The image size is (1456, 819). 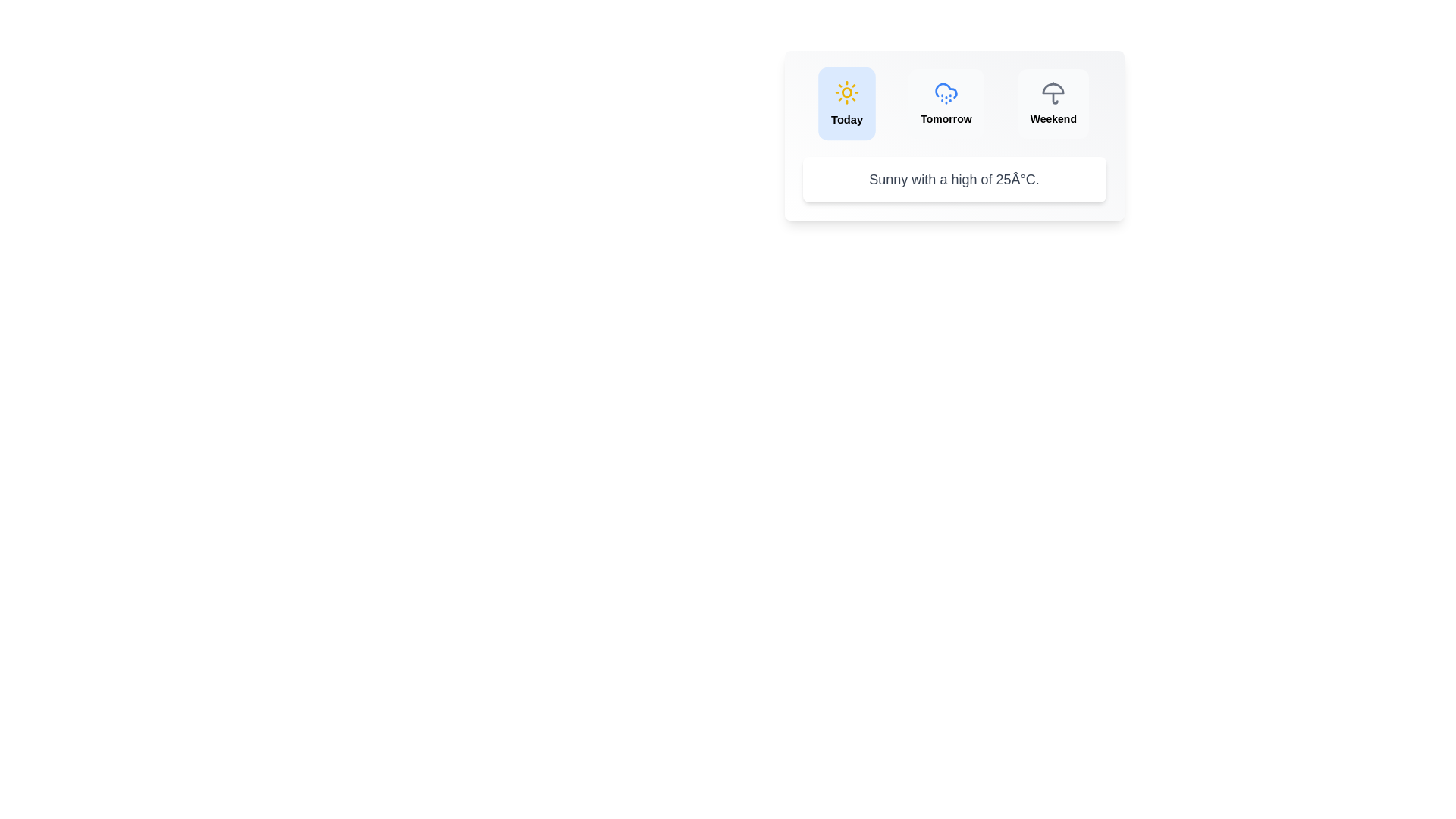 I want to click on the tab labeled Tomorrow to view its weather details, so click(x=946, y=103).